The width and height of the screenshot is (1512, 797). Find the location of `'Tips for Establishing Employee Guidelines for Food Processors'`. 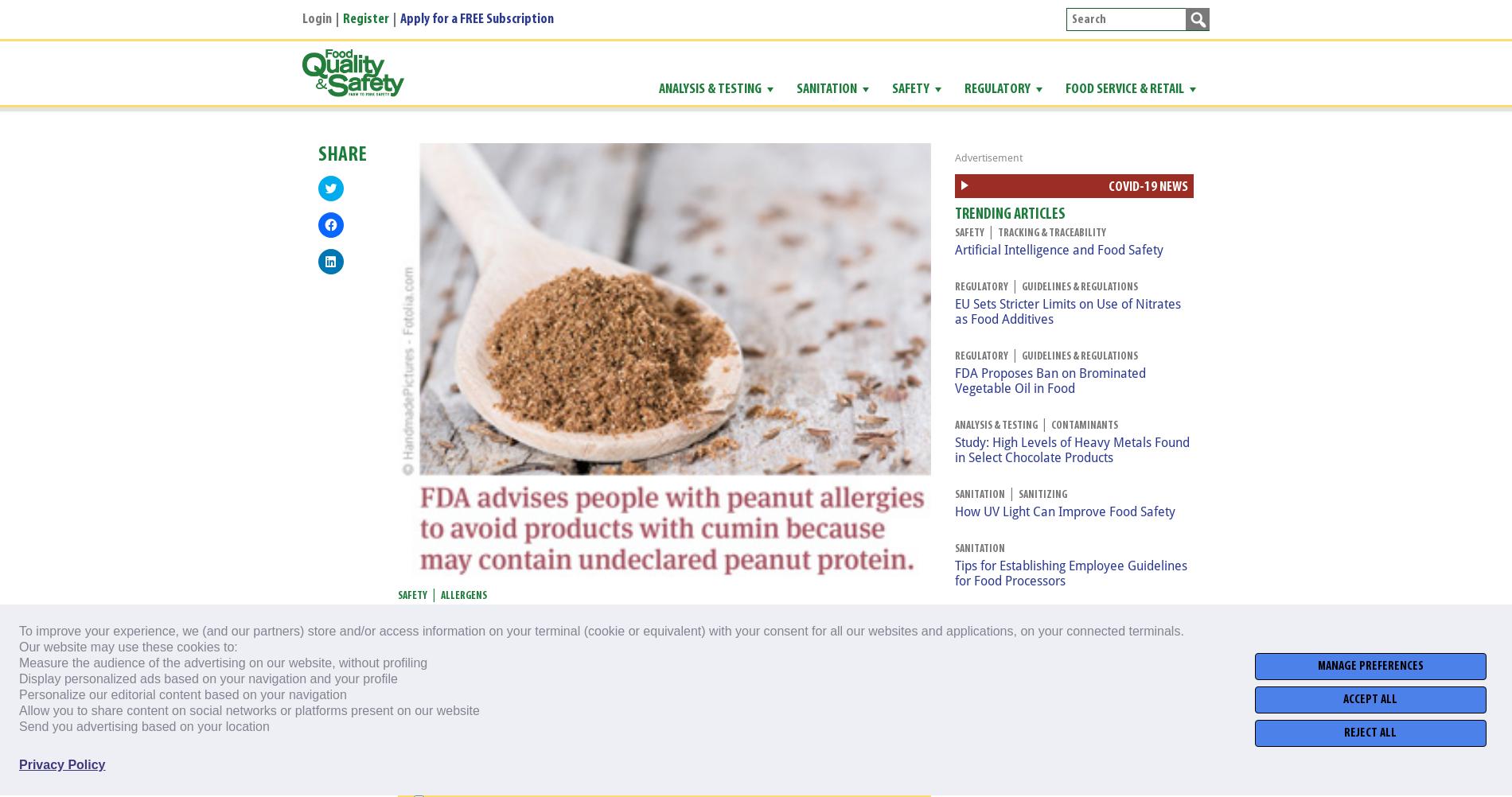

'Tips for Establishing Employee Guidelines for Food Processors' is located at coordinates (1070, 573).